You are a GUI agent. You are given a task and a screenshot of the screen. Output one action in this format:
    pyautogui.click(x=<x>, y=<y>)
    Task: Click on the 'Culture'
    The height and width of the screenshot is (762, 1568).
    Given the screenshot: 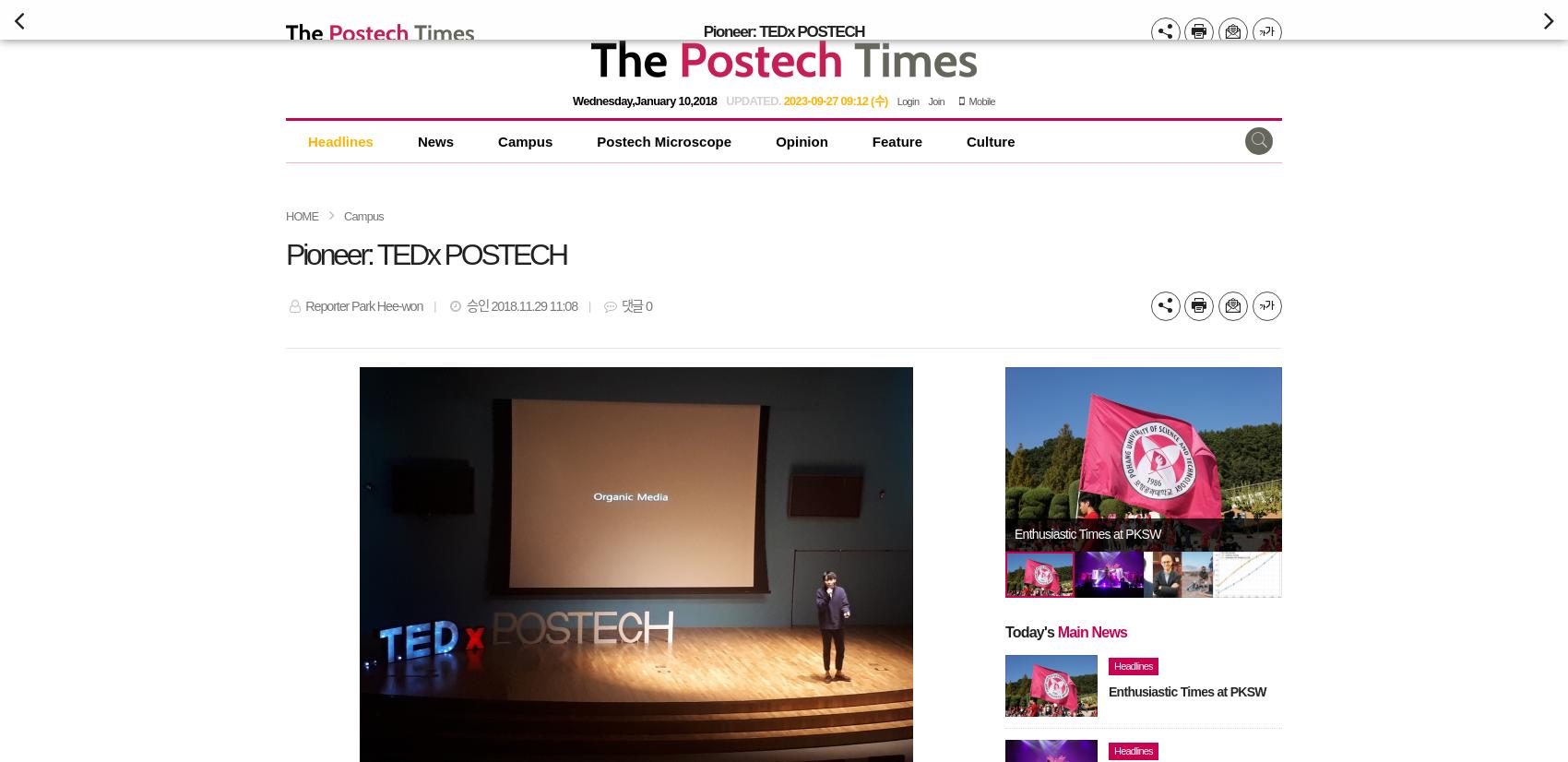 What is the action you would take?
    pyautogui.click(x=990, y=140)
    